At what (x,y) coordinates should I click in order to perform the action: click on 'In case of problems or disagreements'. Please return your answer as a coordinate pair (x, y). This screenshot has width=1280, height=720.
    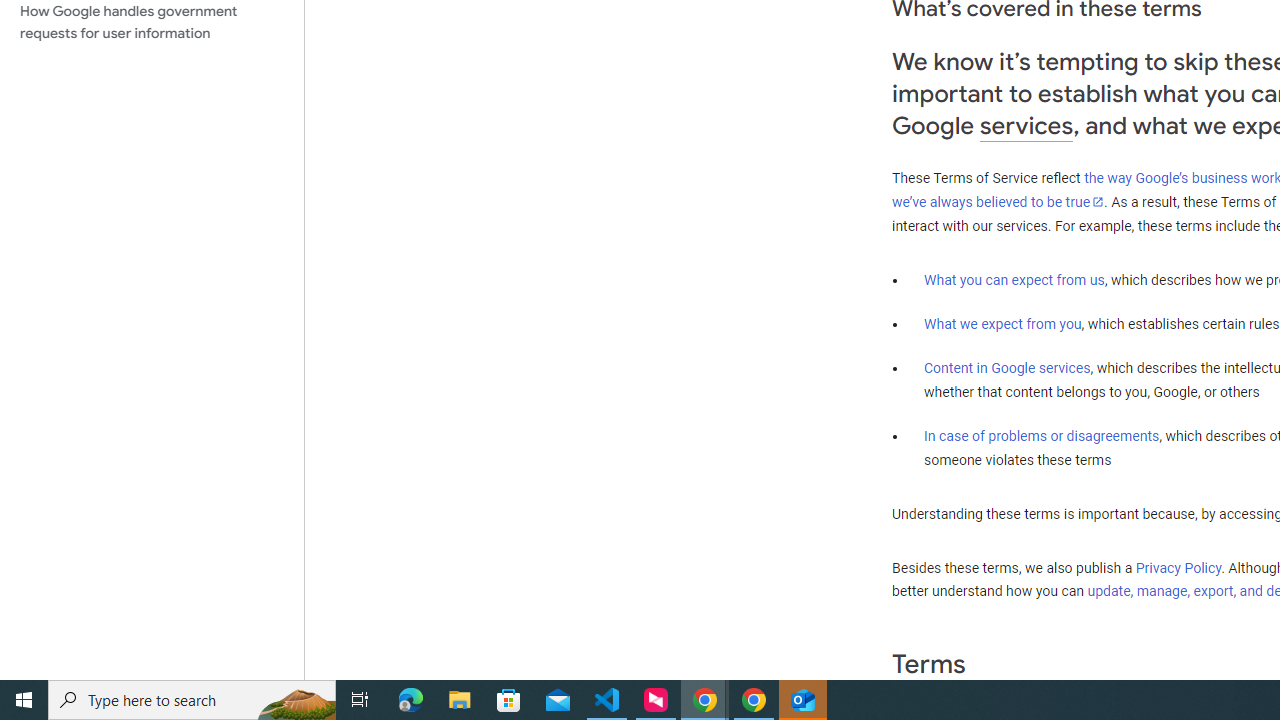
    Looking at the image, I should click on (1040, 434).